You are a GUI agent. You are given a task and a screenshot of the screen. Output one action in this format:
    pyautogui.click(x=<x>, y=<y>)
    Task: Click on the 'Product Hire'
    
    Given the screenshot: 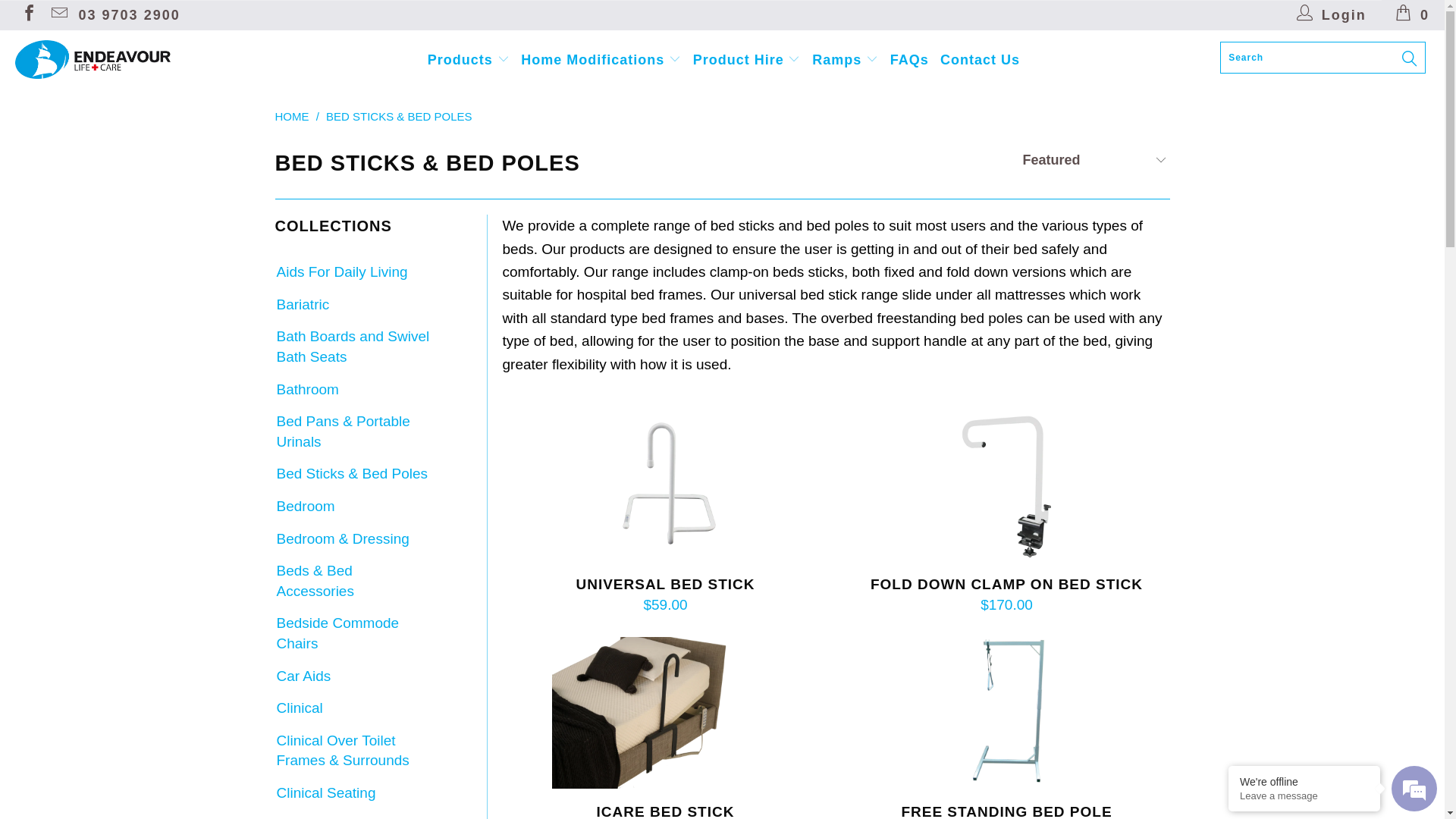 What is the action you would take?
    pyautogui.click(x=746, y=58)
    